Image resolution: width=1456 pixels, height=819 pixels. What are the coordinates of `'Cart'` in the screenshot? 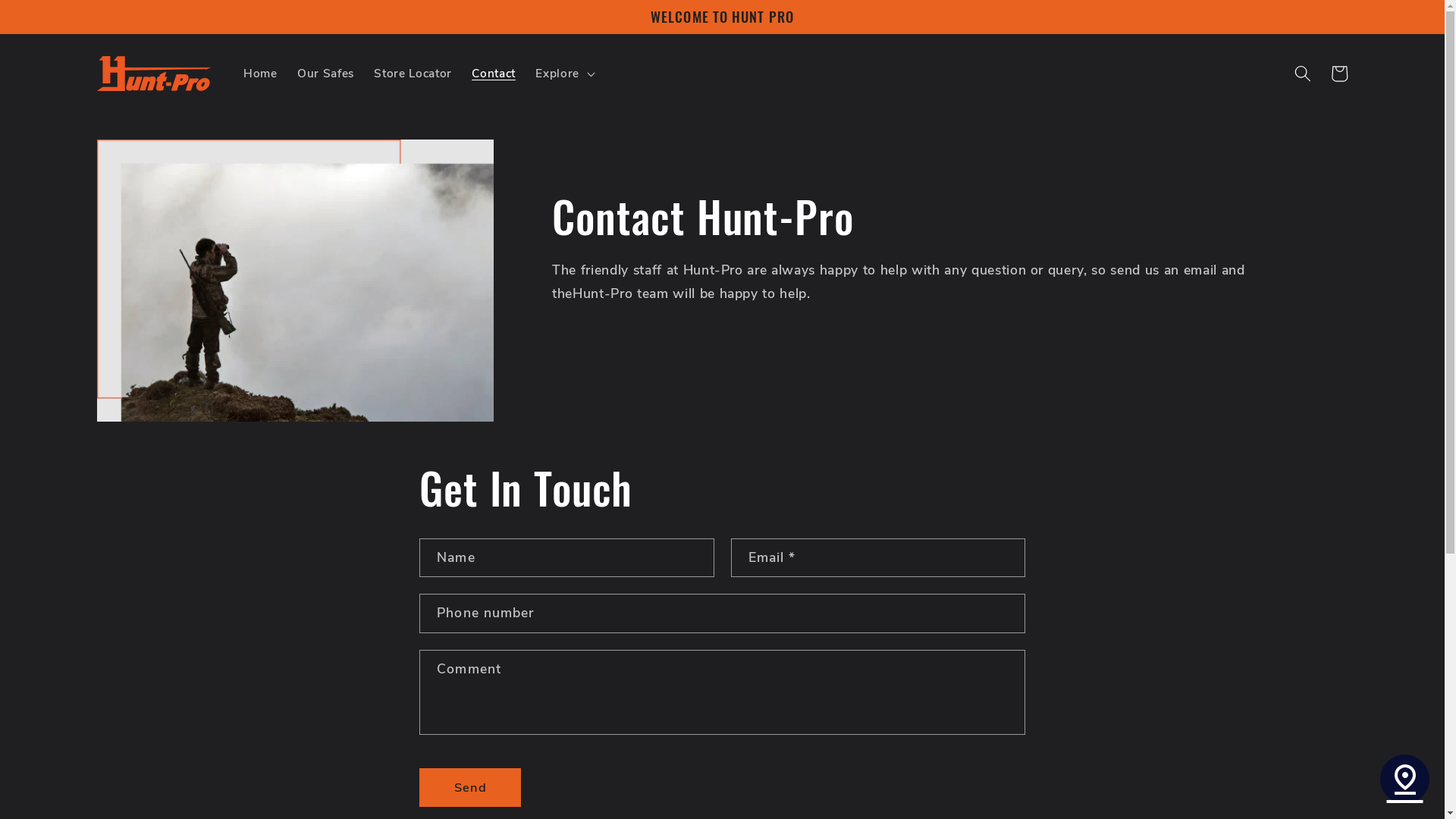 It's located at (1339, 73).